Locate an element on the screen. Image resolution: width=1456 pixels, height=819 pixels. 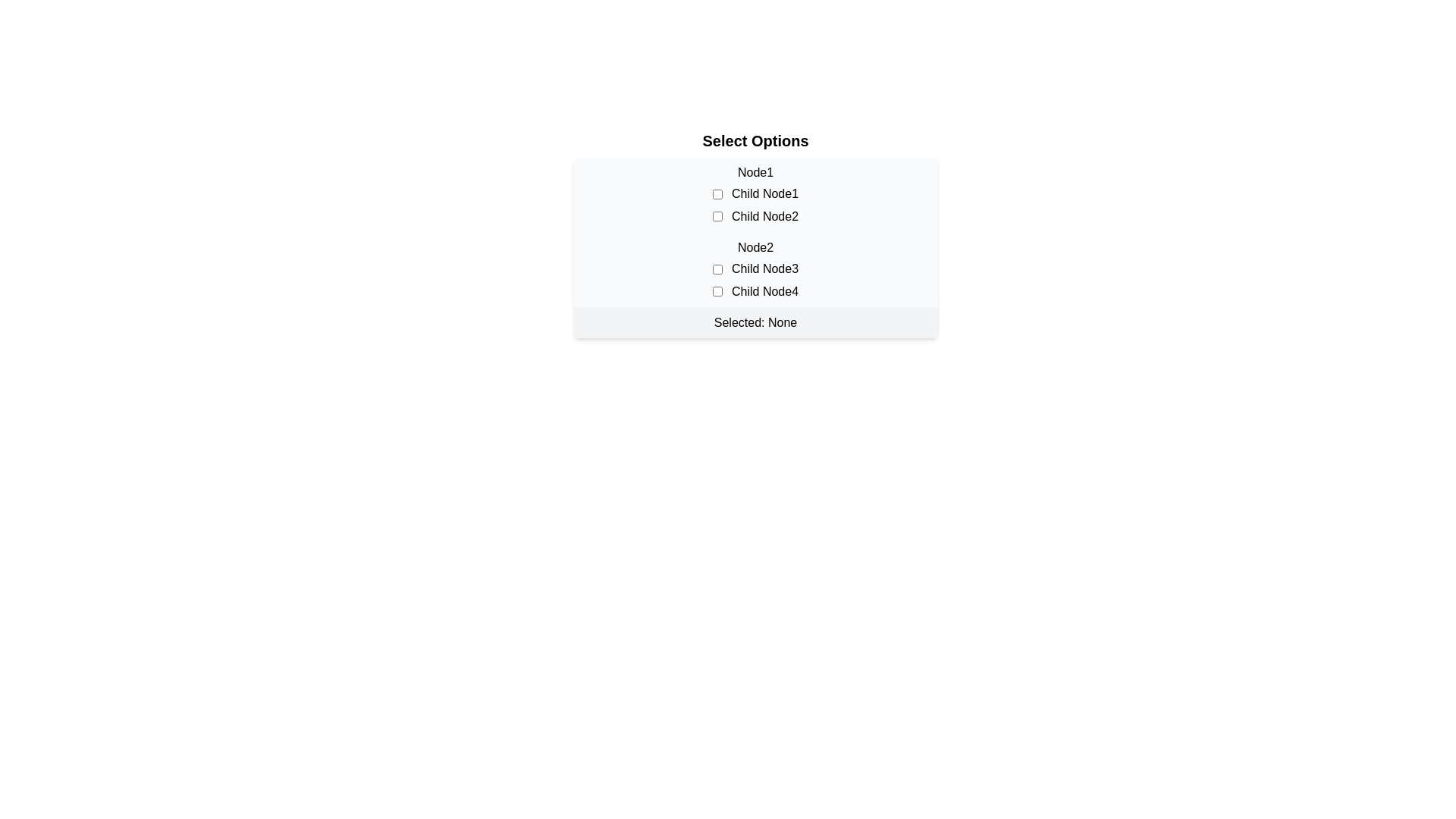
the 'Node1' text label element, which is displayed in bold at the top of a list of selectable options is located at coordinates (755, 171).